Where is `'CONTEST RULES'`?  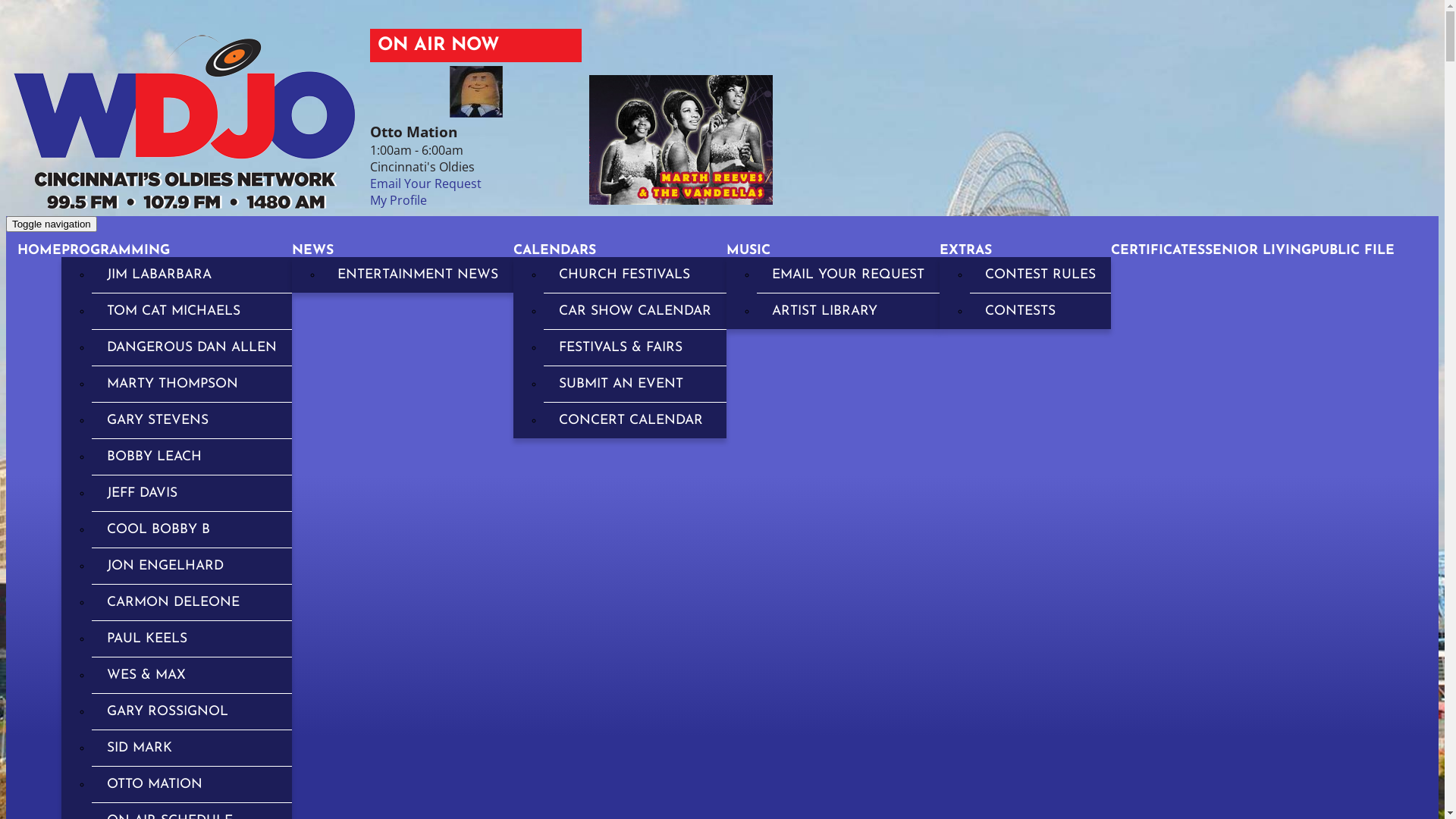
'CONTEST RULES' is located at coordinates (1040, 275).